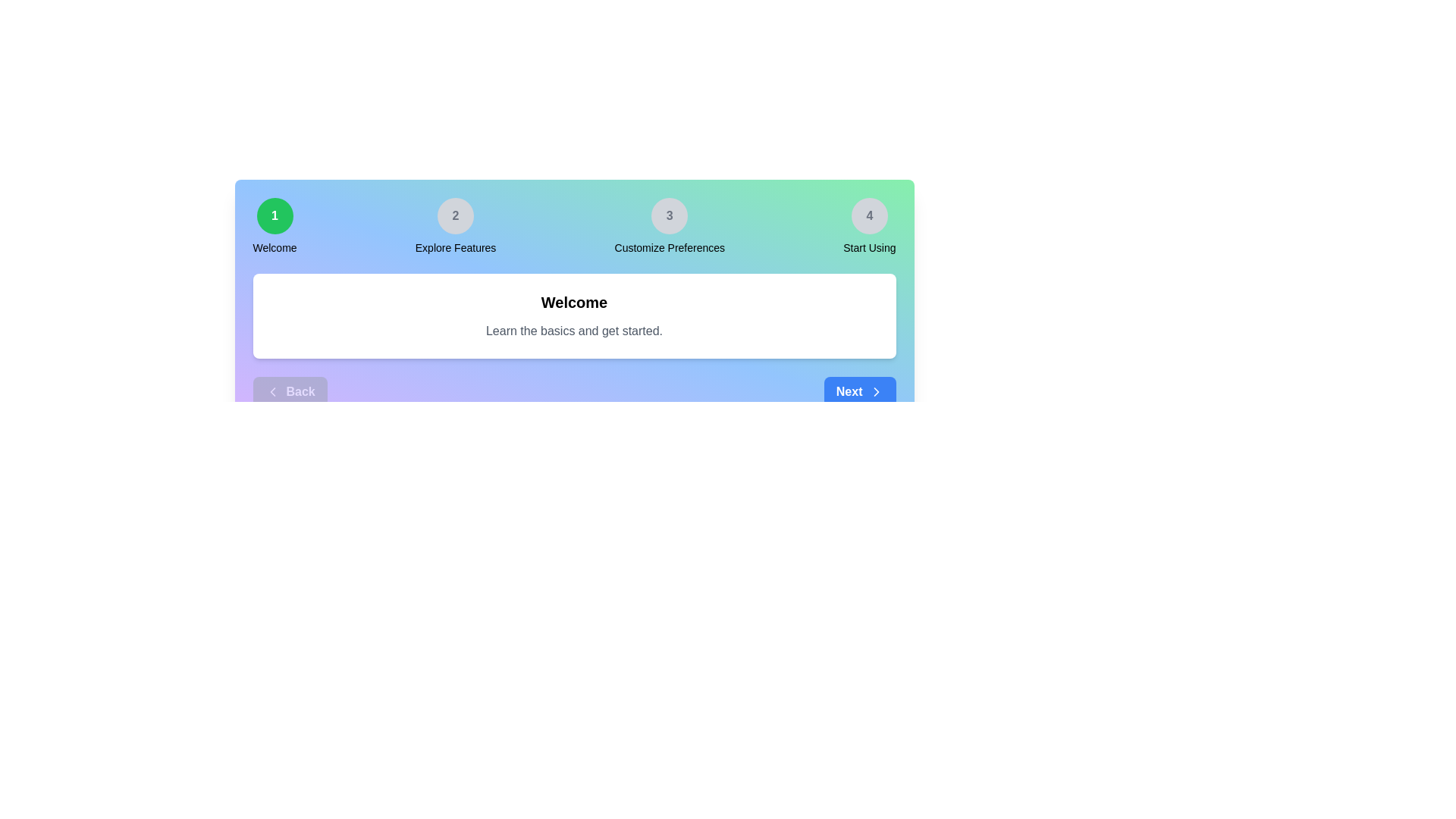 The image size is (1456, 819). What do you see at coordinates (669, 216) in the screenshot?
I see `the progress indicator for step 3 to navigate to that step` at bounding box center [669, 216].